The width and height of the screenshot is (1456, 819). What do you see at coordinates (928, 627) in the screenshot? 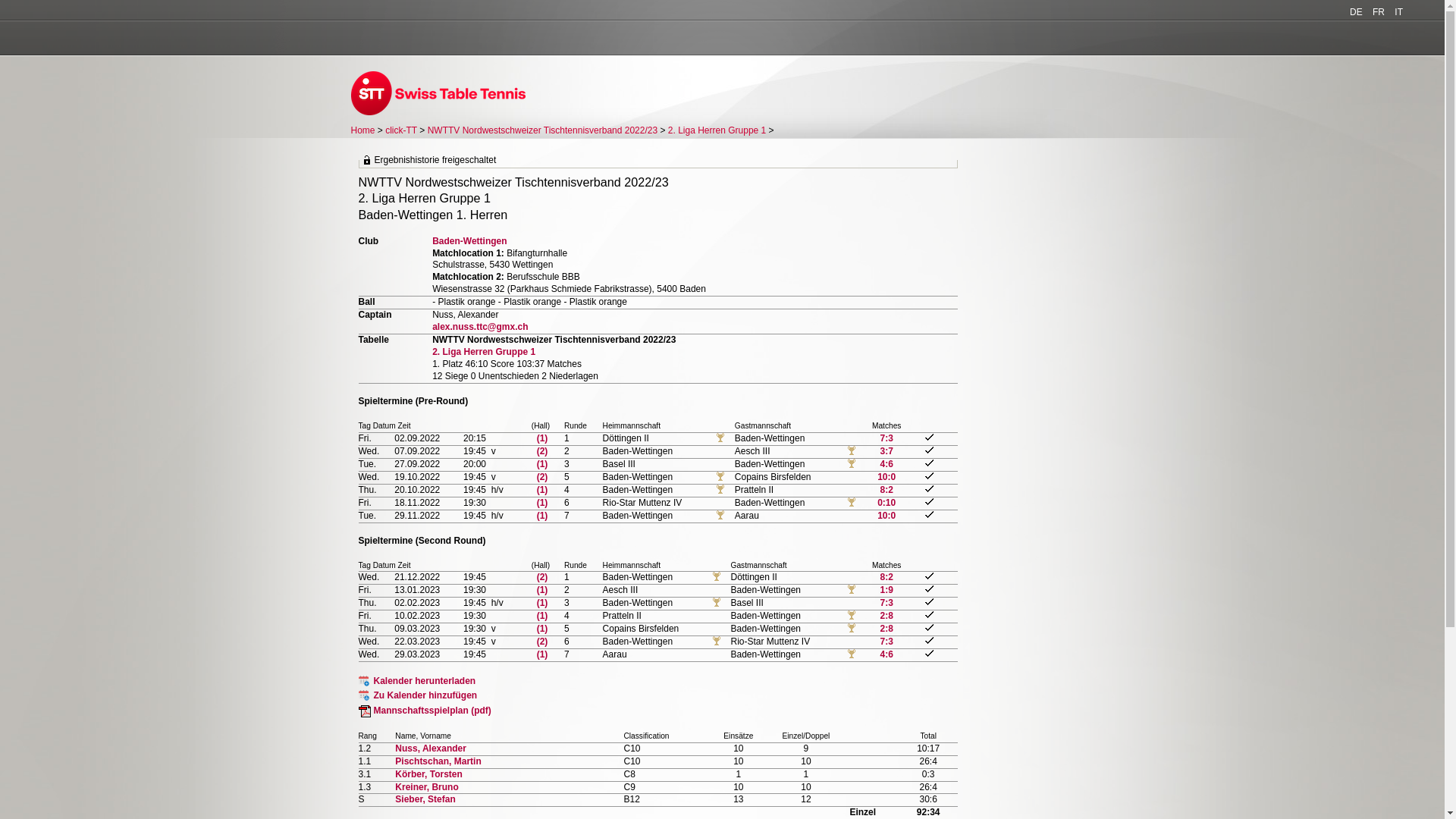
I see `'Spielbericht genehmigt'` at bounding box center [928, 627].